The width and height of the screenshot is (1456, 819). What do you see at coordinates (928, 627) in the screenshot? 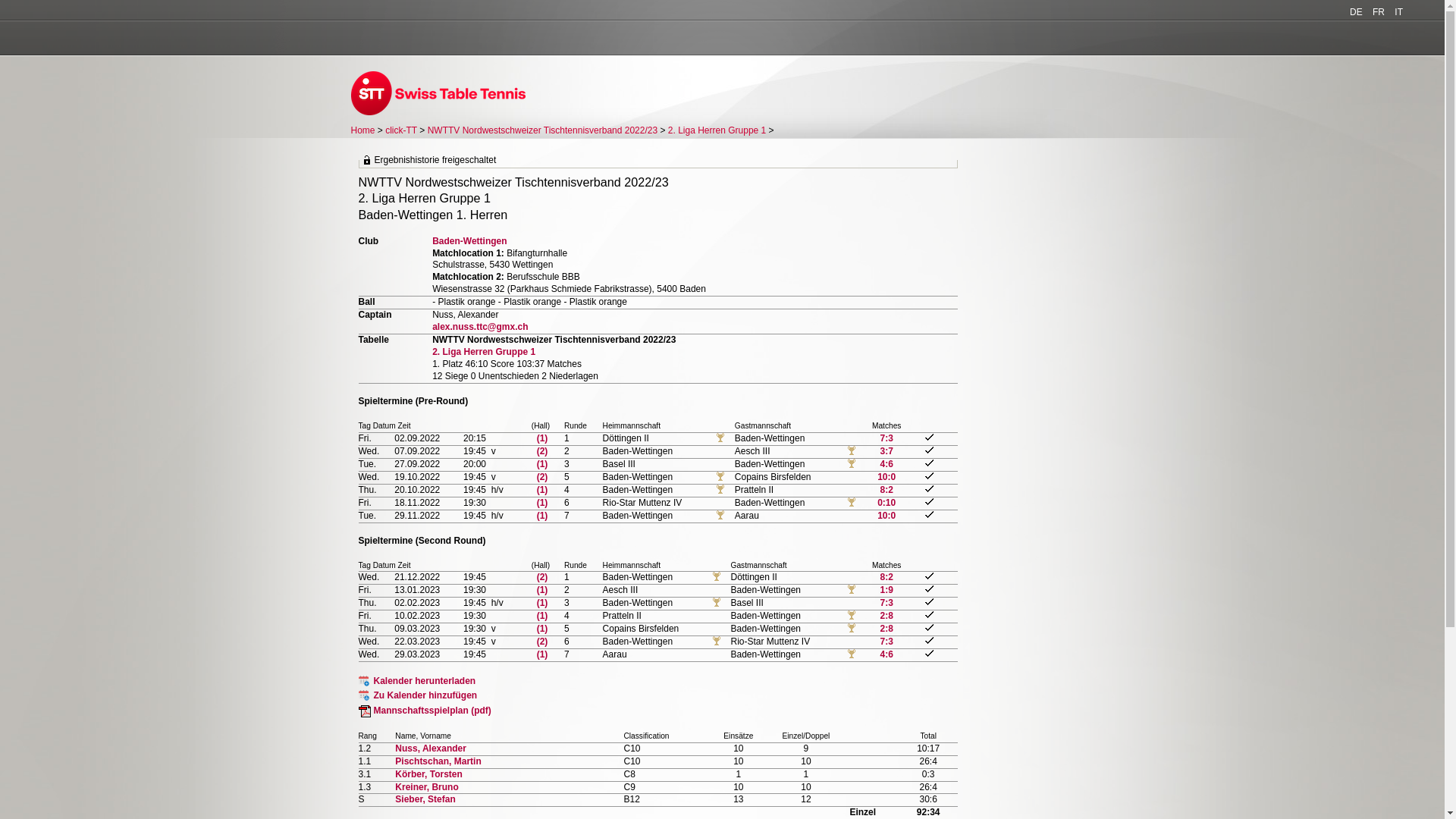
I see `'Spielbericht genehmigt'` at bounding box center [928, 627].